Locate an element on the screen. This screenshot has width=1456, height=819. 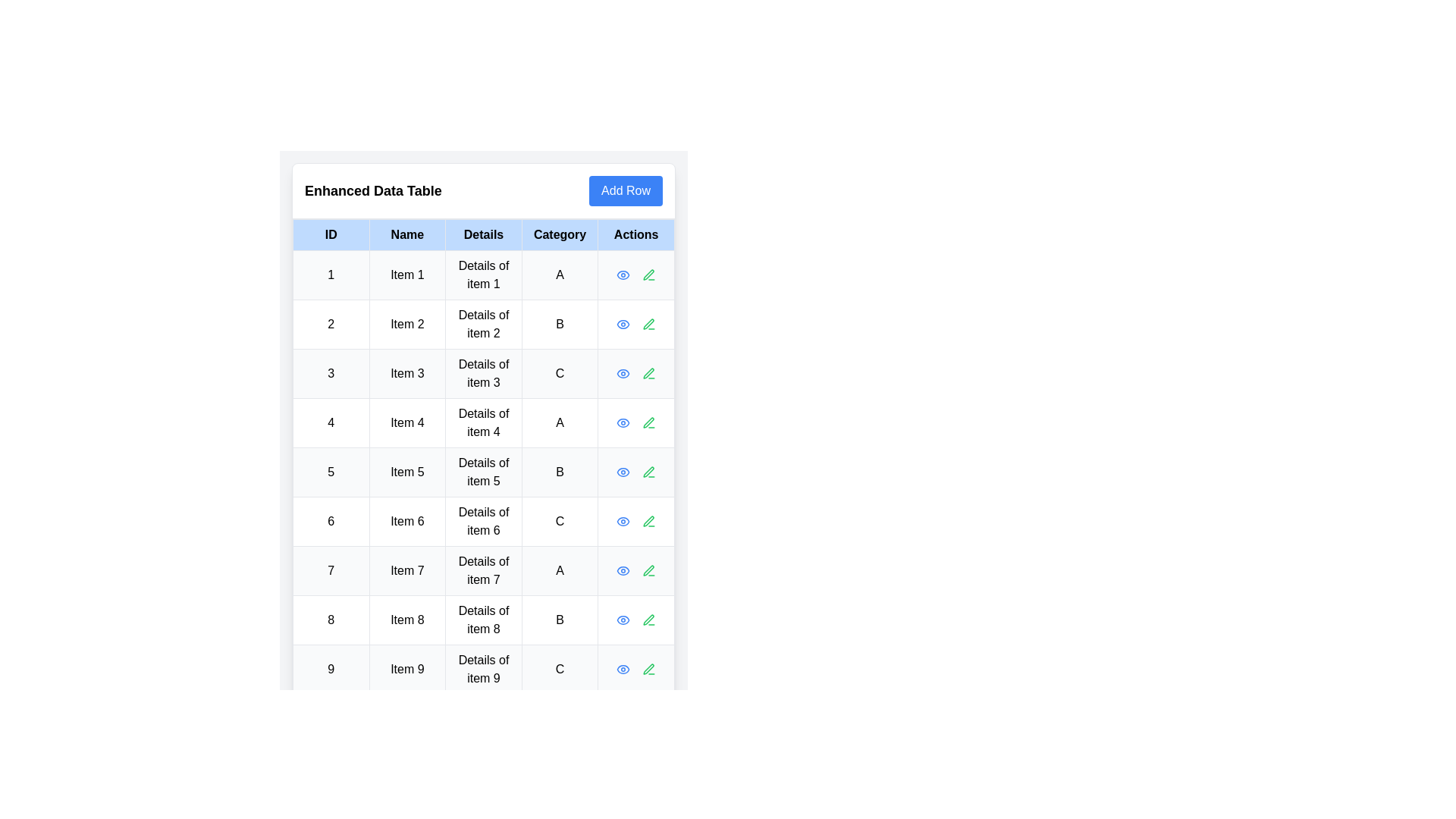
the text label displaying 'Item 7' located in the 'Name' column of the seventh row in the tabular layout is located at coordinates (407, 570).